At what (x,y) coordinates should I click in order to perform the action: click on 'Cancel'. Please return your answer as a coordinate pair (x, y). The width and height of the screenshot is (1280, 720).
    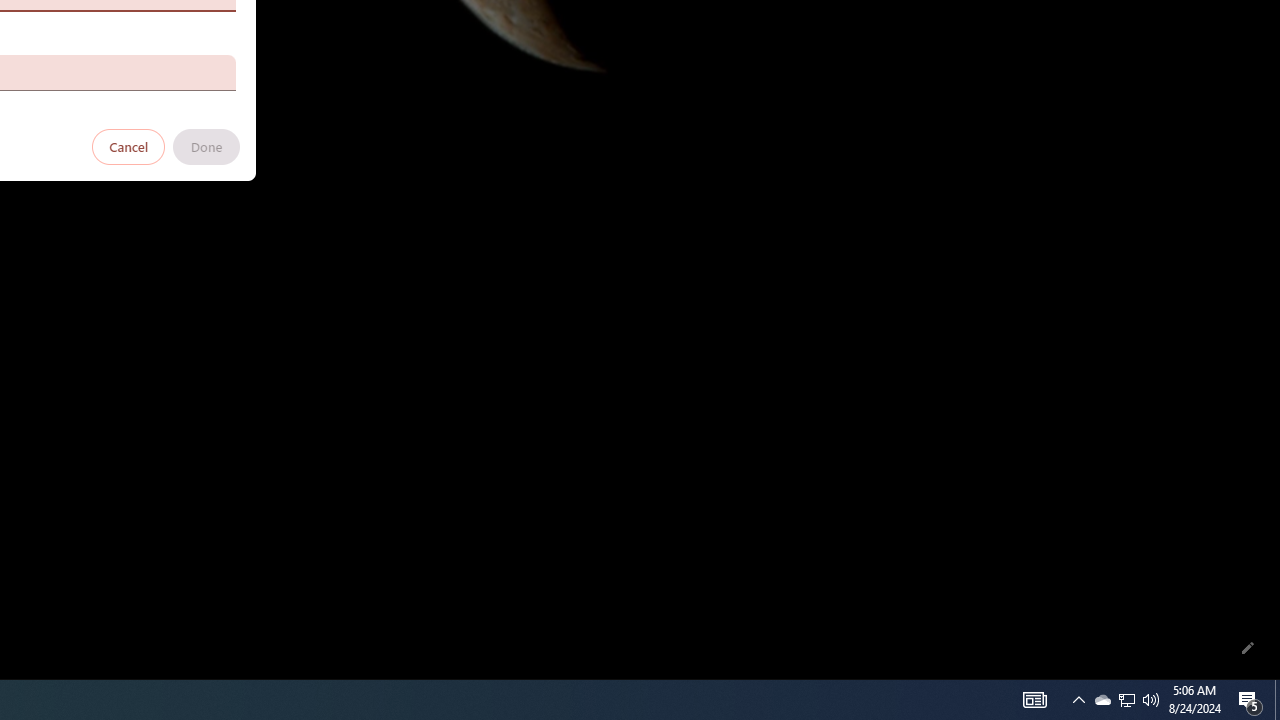
    Looking at the image, I should click on (128, 145).